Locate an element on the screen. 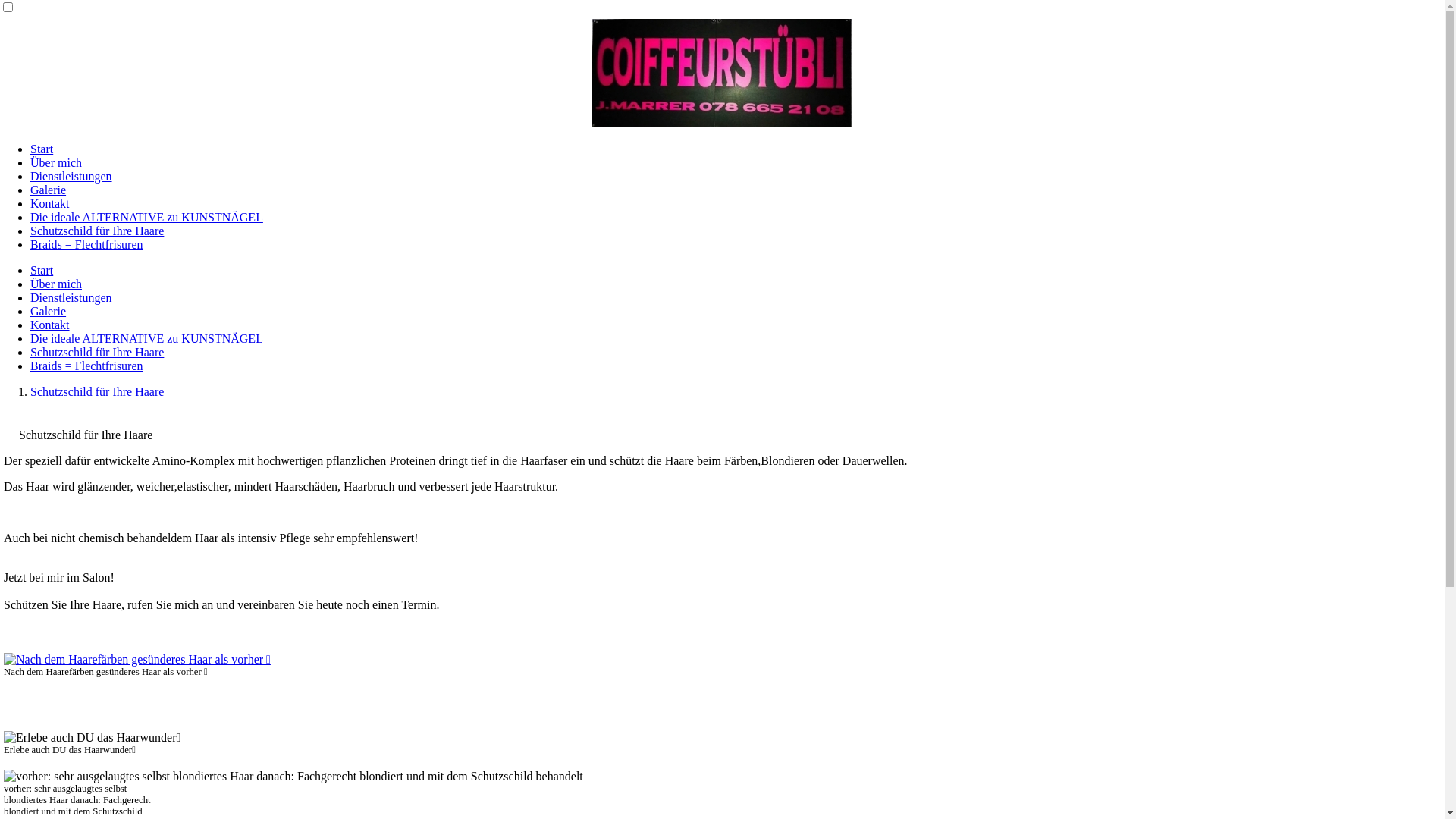  'Start' is located at coordinates (41, 269).